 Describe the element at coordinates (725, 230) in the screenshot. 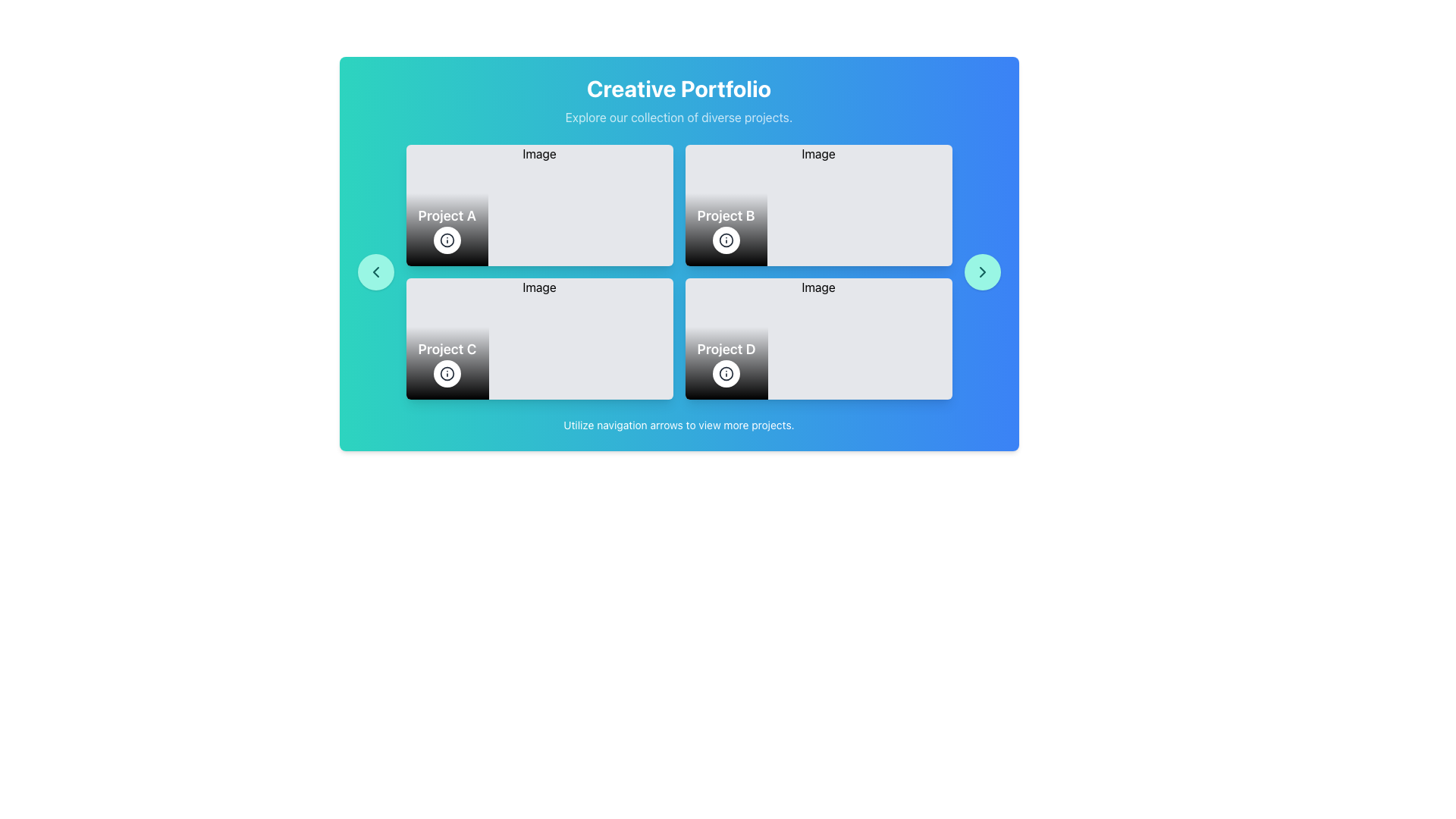

I see `the 'Project B' section with gradient background, which includes additional information or actions related to the project` at that location.